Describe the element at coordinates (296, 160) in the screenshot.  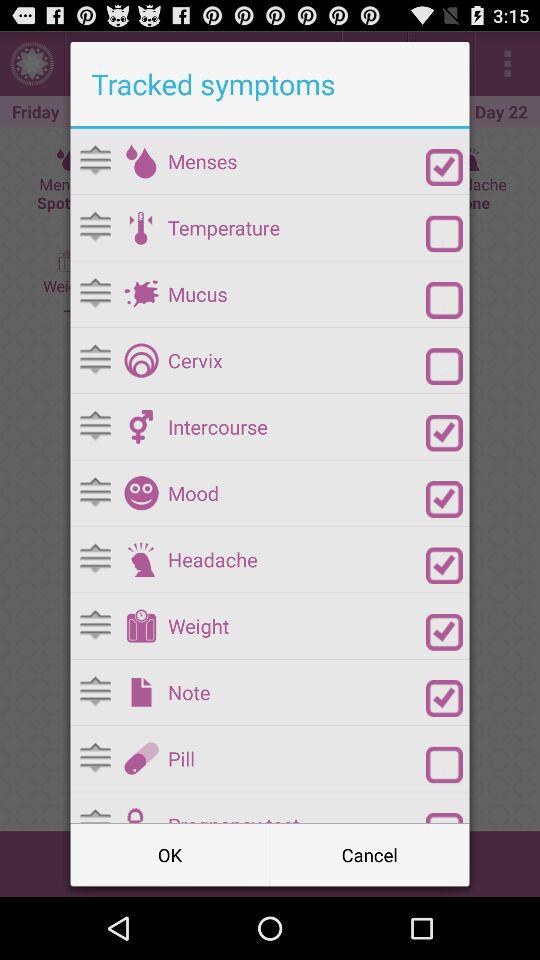
I see `menses icon` at that location.